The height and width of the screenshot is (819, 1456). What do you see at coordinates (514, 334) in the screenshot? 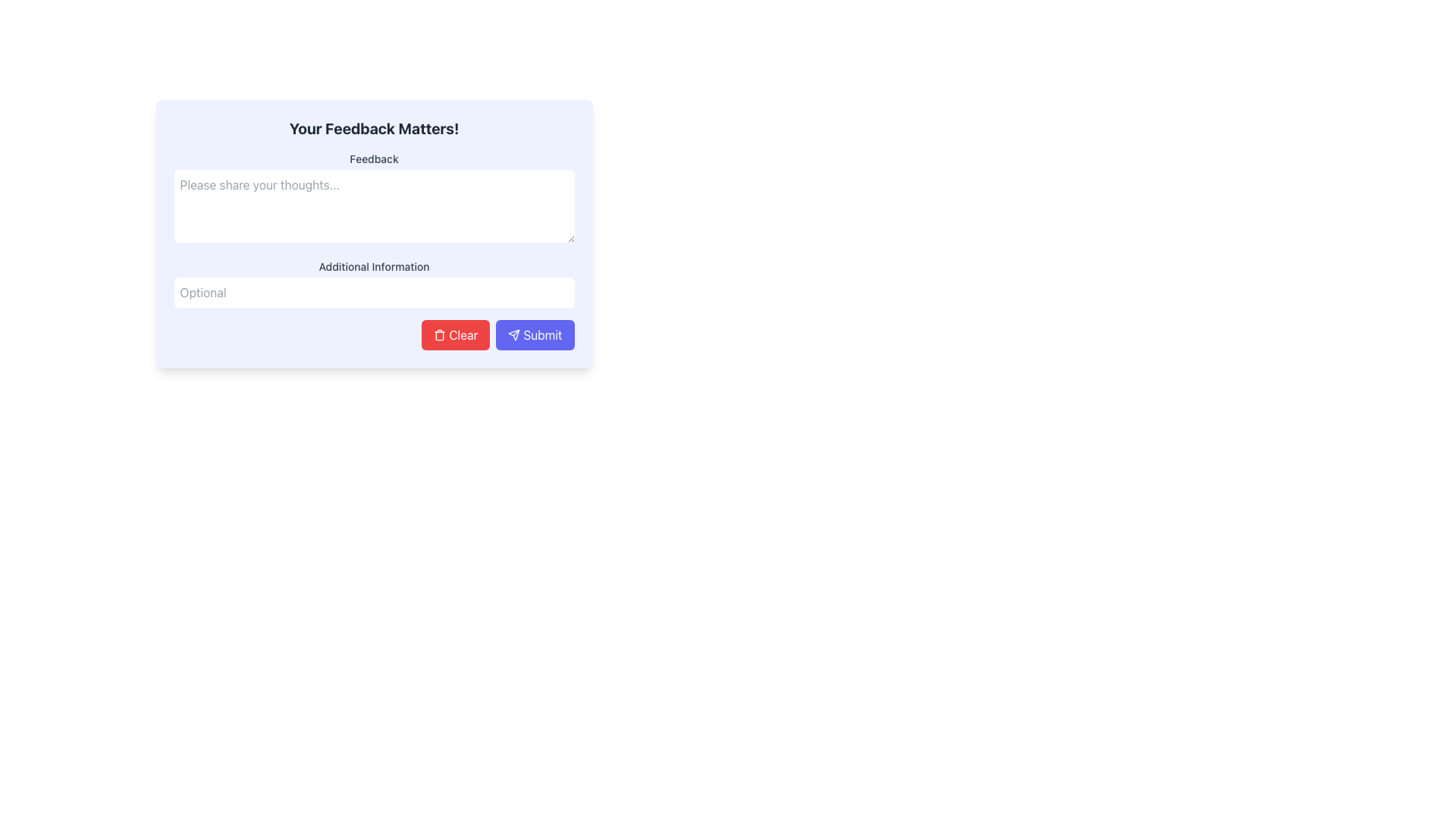
I see `the vector graphic icon located within the 'Submit' button, positioned to the left of the 'Submit' label, which visually indicates the submit functionality` at bounding box center [514, 334].